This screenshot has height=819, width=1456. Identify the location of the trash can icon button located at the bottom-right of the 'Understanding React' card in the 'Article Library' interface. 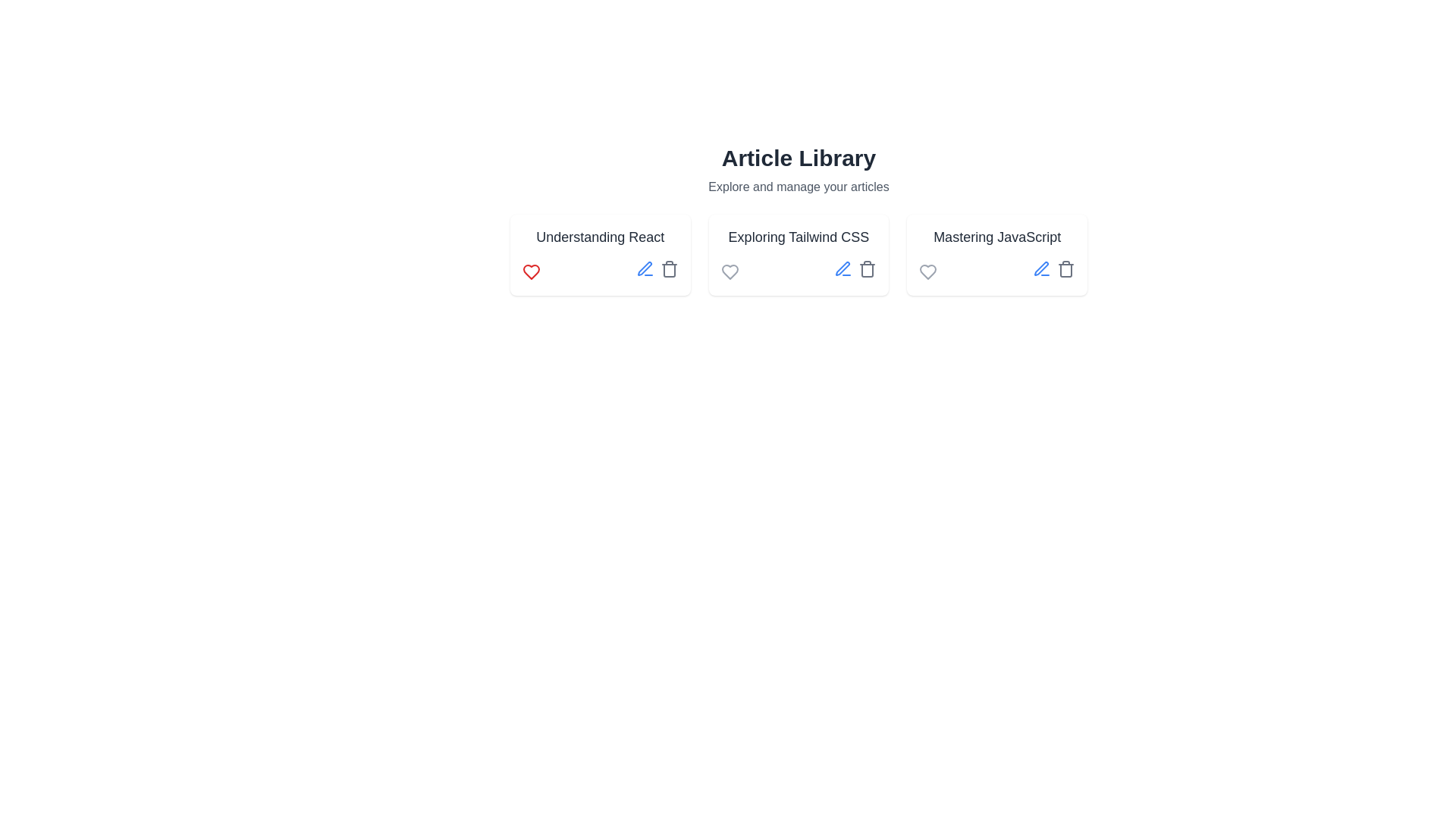
(668, 270).